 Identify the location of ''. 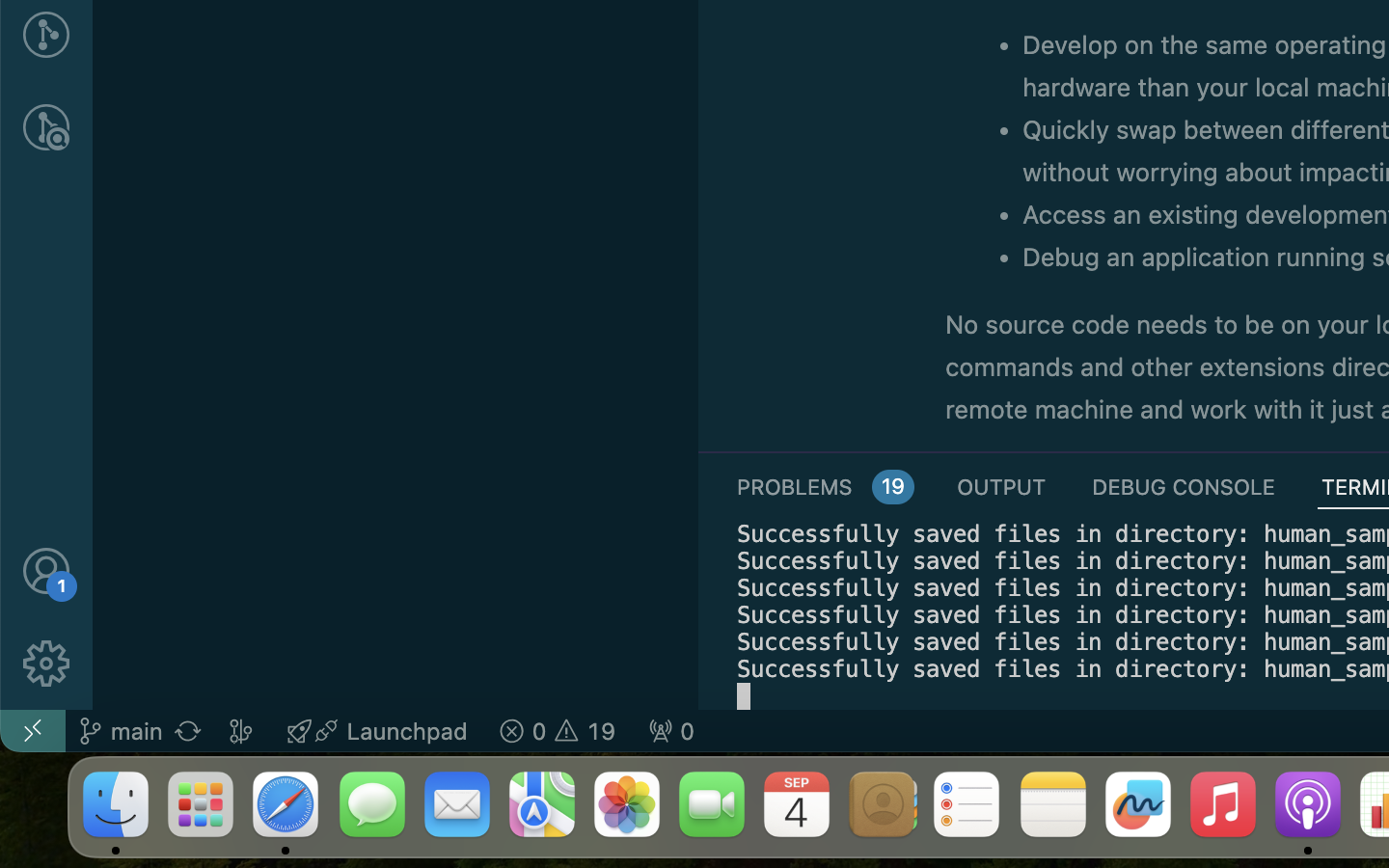
(44, 127).